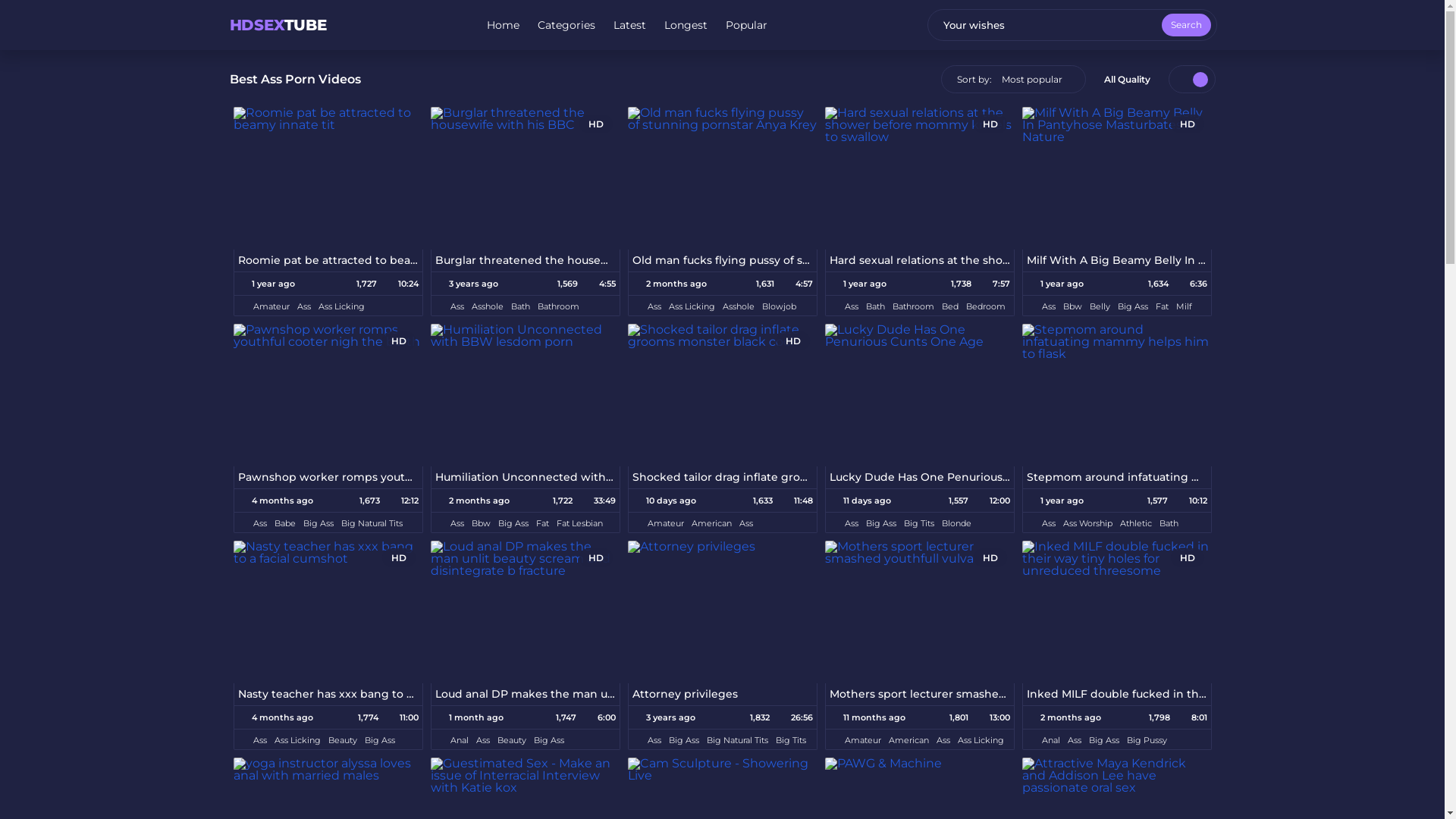  I want to click on 'Bedroom', so click(965, 306).